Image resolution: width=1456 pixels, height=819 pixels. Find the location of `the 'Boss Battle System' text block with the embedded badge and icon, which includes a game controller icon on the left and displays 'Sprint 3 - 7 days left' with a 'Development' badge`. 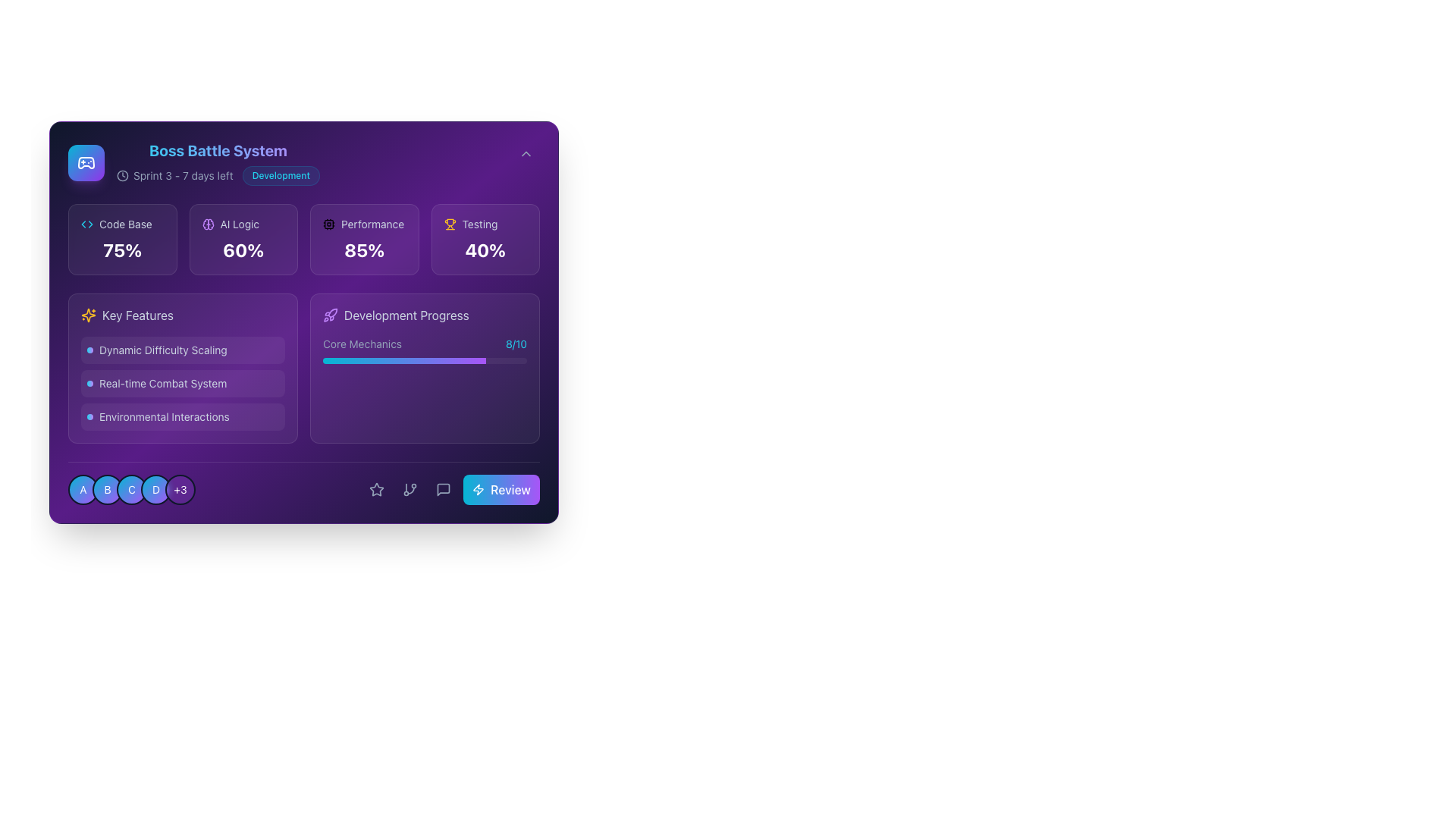

the 'Boss Battle System' text block with the embedded badge and icon, which includes a game controller icon on the left and displays 'Sprint 3 - 7 days left' with a 'Development' badge is located at coordinates (193, 163).